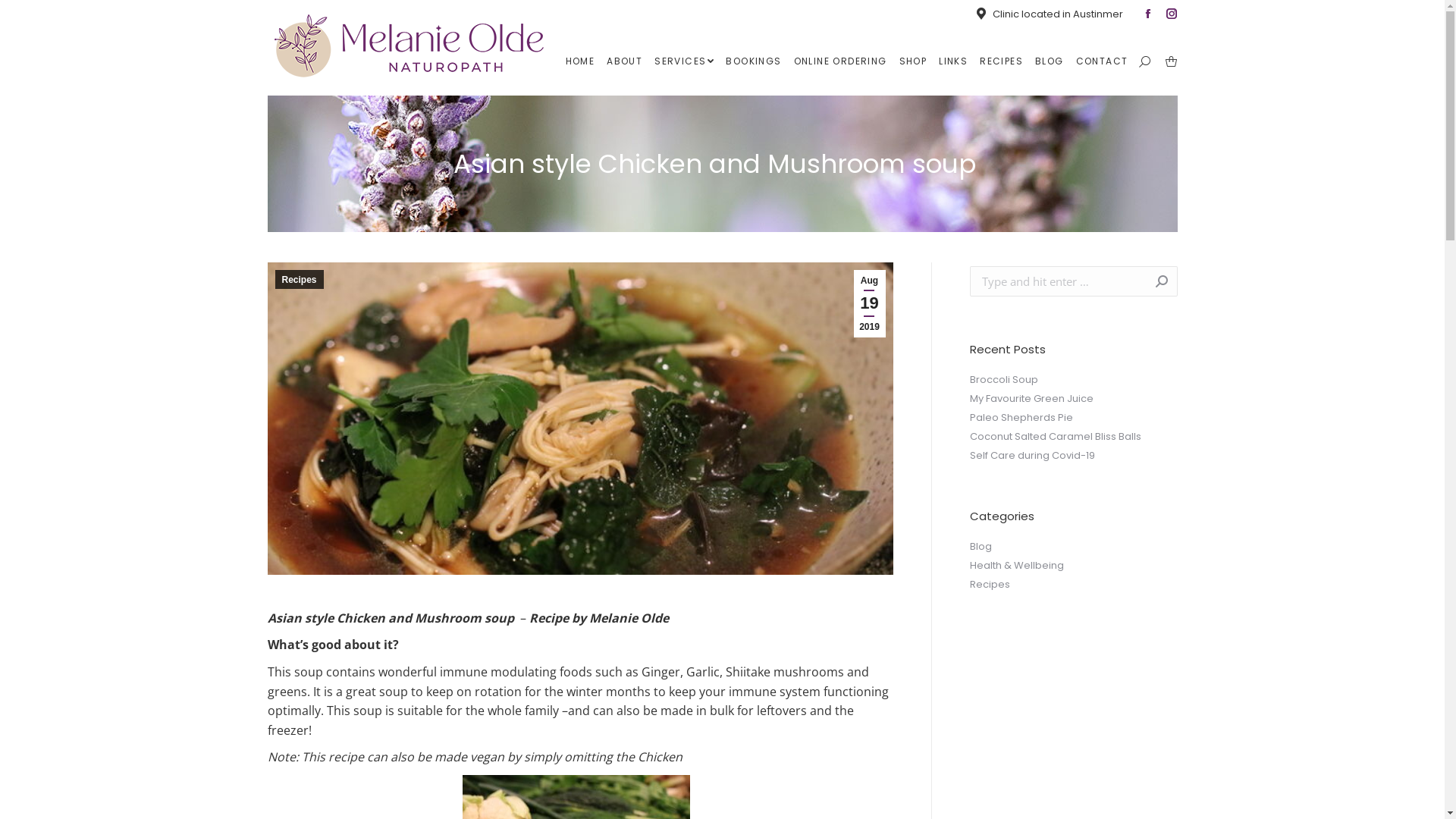  Describe the element at coordinates (854, 303) in the screenshot. I see `'Aug` at that location.